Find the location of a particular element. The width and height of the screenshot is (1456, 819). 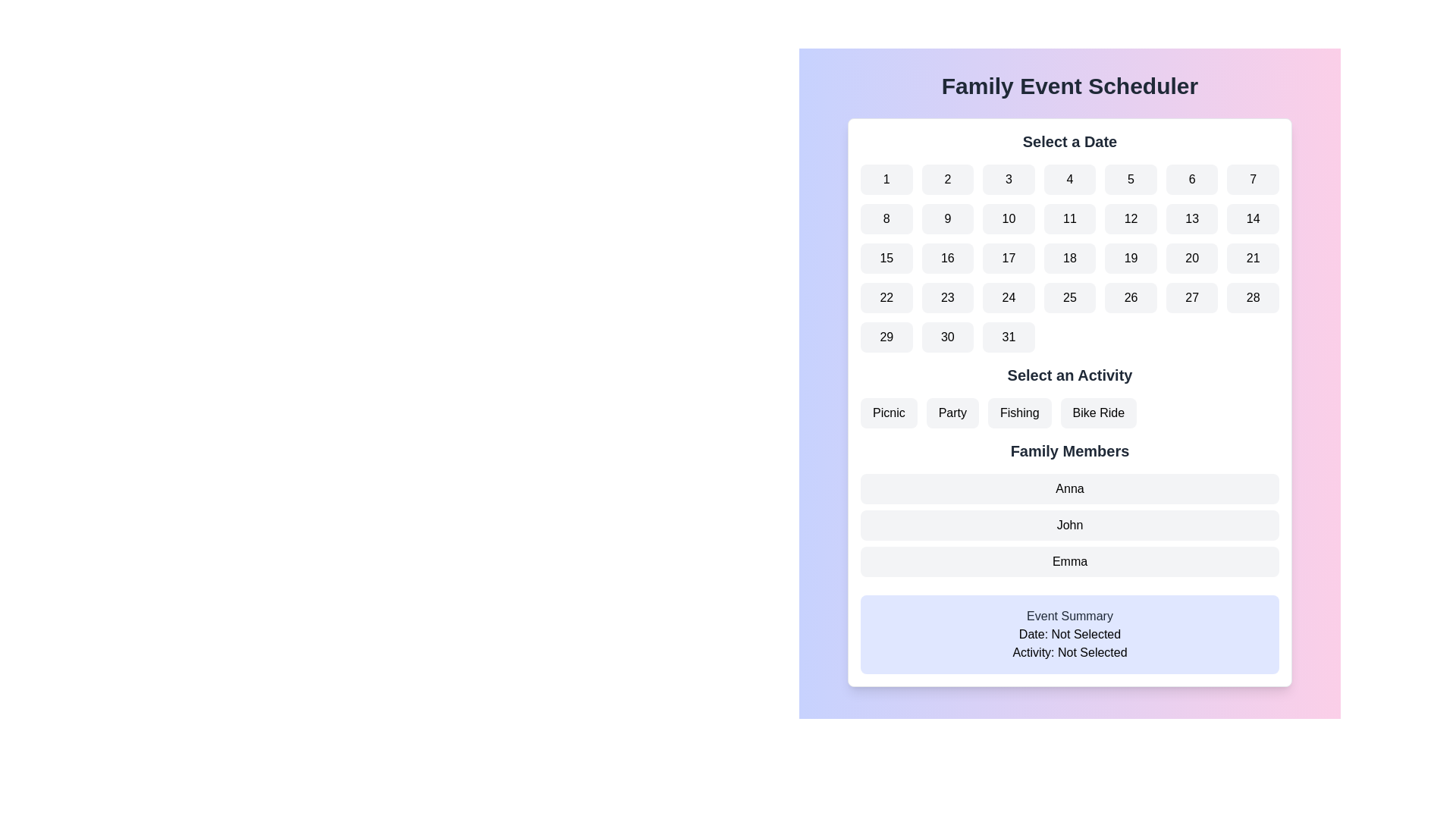

the button displaying the numeral '8' in the date selection interface is located at coordinates (886, 219).